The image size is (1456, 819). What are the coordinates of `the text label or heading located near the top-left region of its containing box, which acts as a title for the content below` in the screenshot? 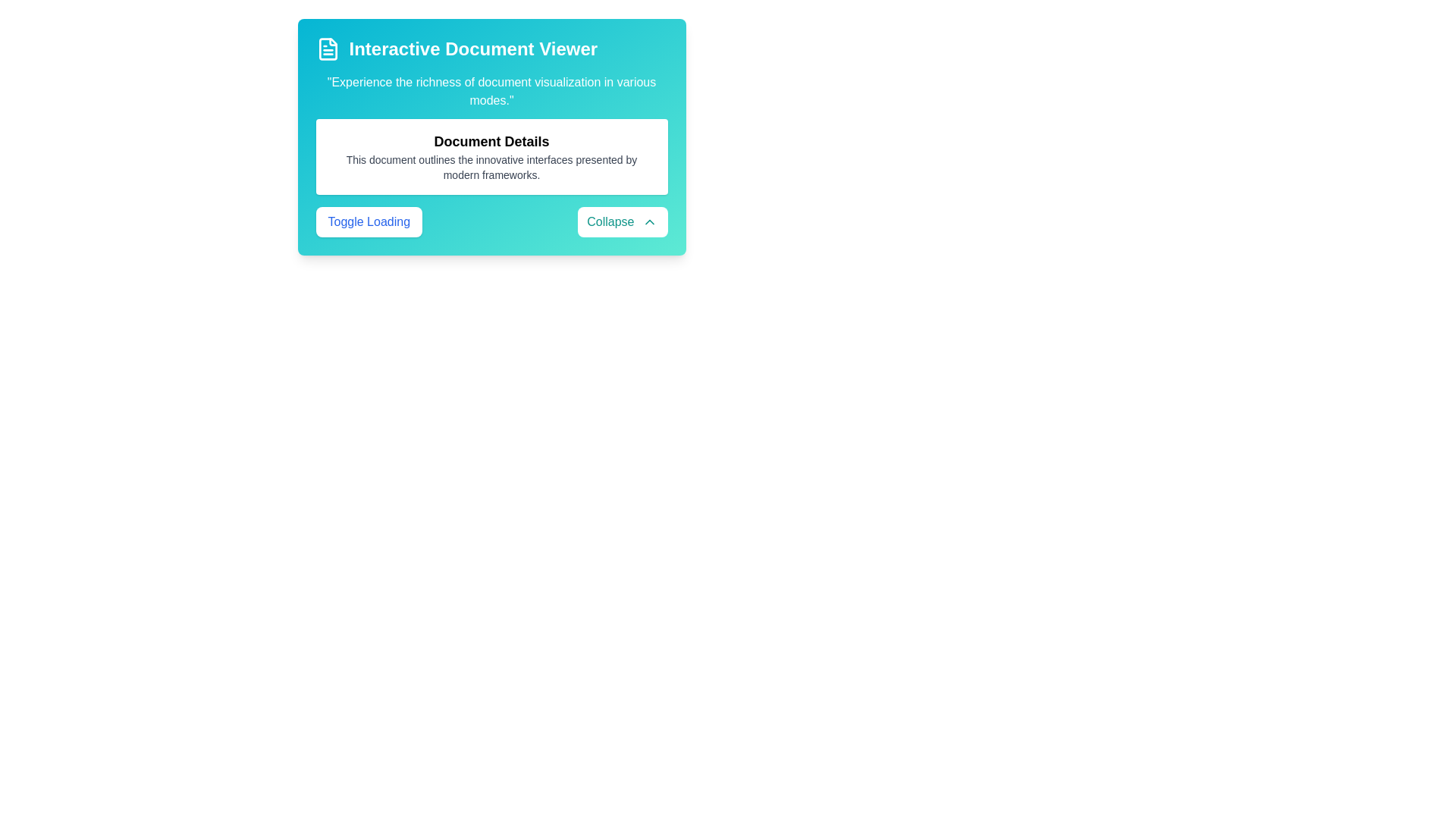 It's located at (491, 141).